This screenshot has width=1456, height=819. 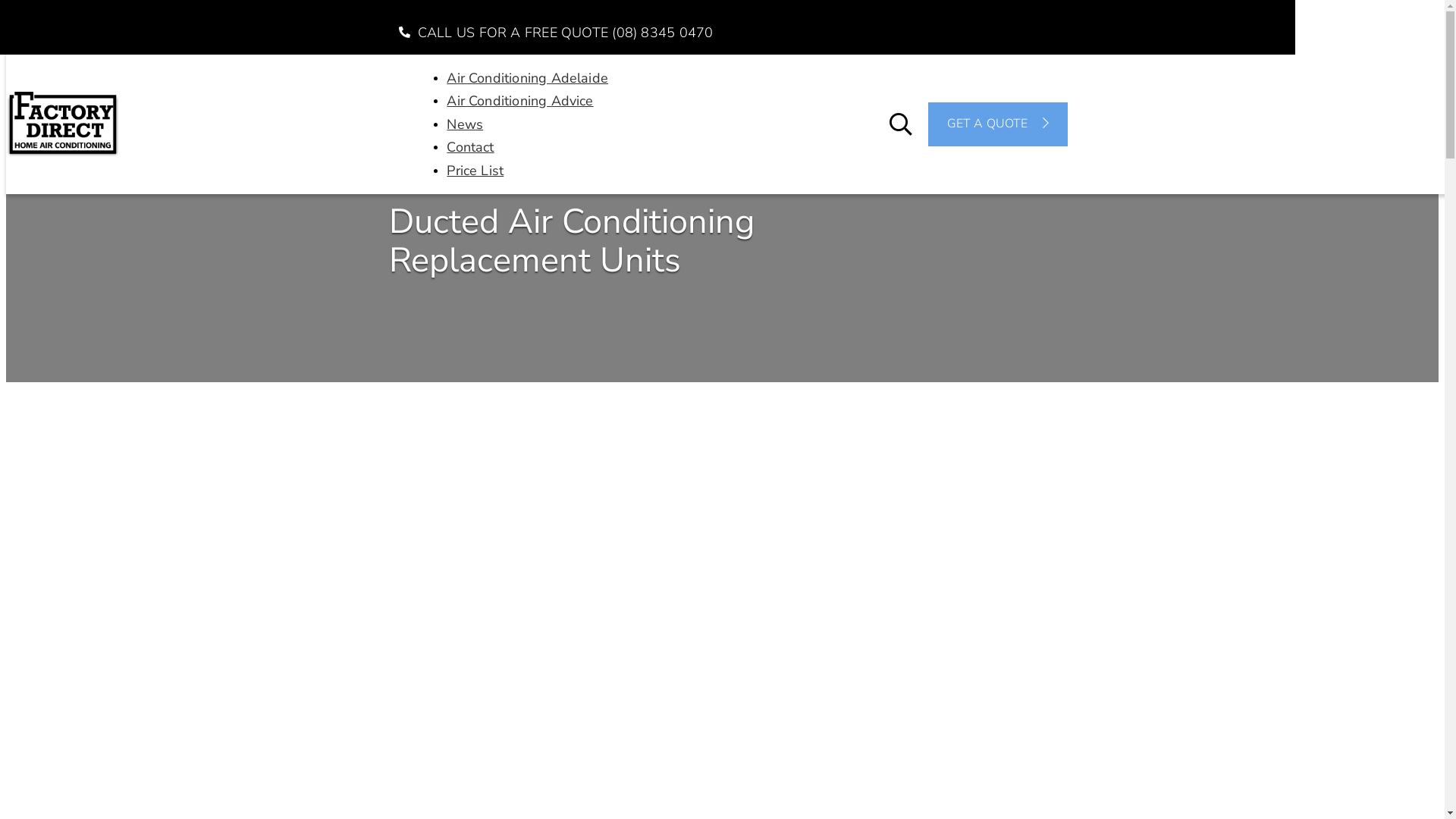 I want to click on 'Air Conditioning Adelaide', so click(x=527, y=77).